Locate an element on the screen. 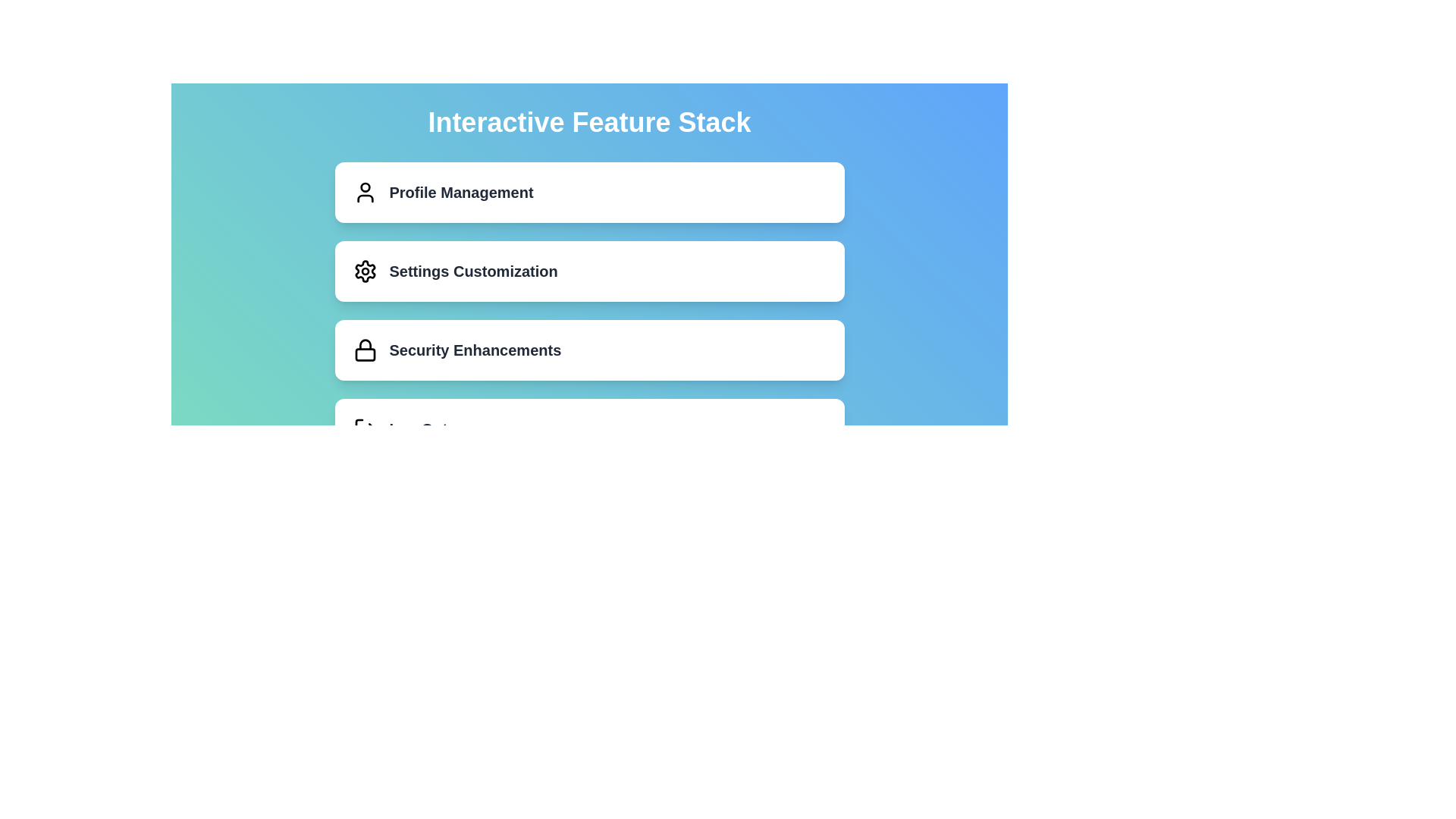 The height and width of the screenshot is (819, 1456). the 'Settings Customization' label located in the second card from the top, between 'Profile Management' and 'Security Enhancements' is located at coordinates (472, 271).